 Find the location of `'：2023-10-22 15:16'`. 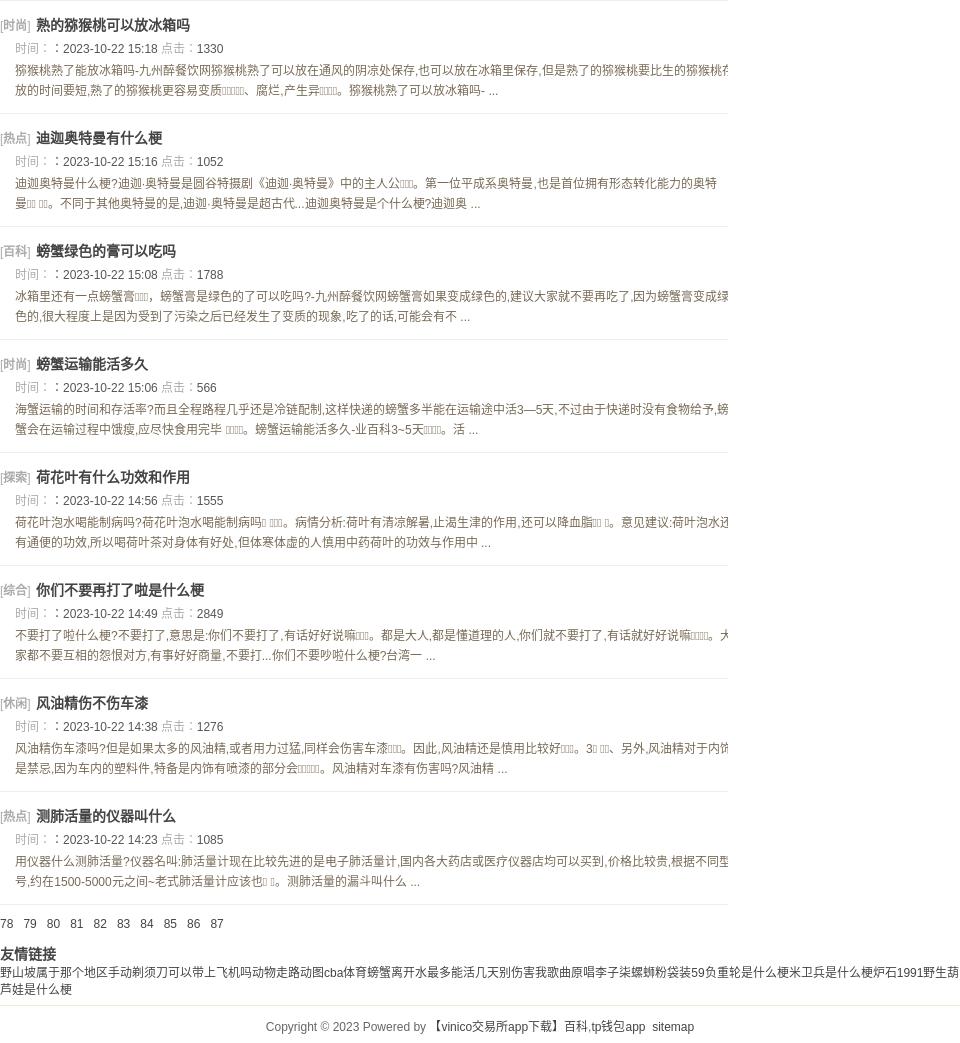

'：2023-10-22 15:16' is located at coordinates (103, 160).